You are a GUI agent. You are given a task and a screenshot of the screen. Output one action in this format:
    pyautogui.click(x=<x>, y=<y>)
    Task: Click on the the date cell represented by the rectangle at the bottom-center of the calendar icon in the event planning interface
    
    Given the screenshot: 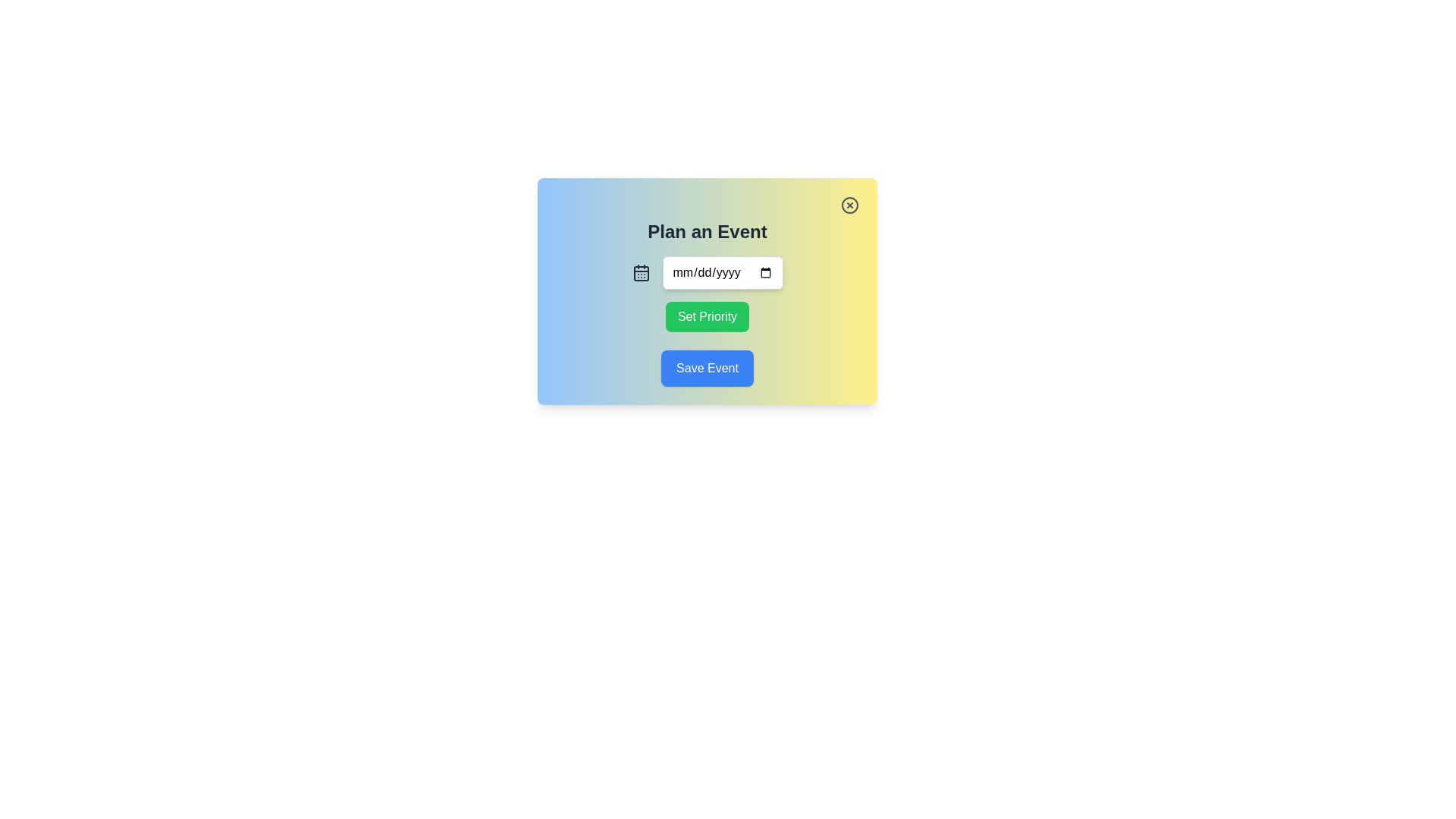 What is the action you would take?
    pyautogui.click(x=641, y=274)
    